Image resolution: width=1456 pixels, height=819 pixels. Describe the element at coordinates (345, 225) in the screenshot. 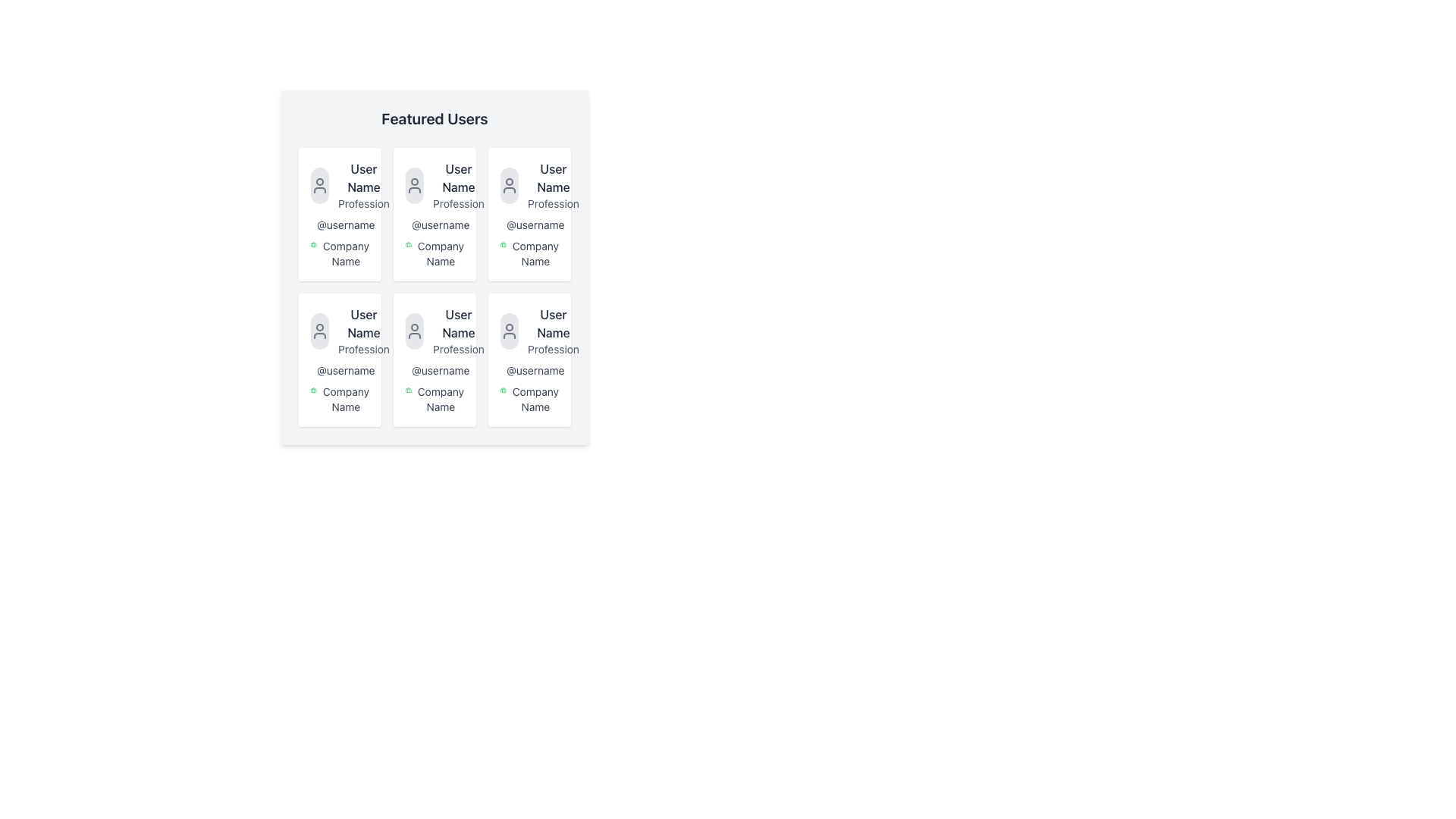

I see `the Static Text element displaying '@username' in blue, located in the top-left card of a six-card grid, beneath 'Profession' and above 'Company Name'` at that location.